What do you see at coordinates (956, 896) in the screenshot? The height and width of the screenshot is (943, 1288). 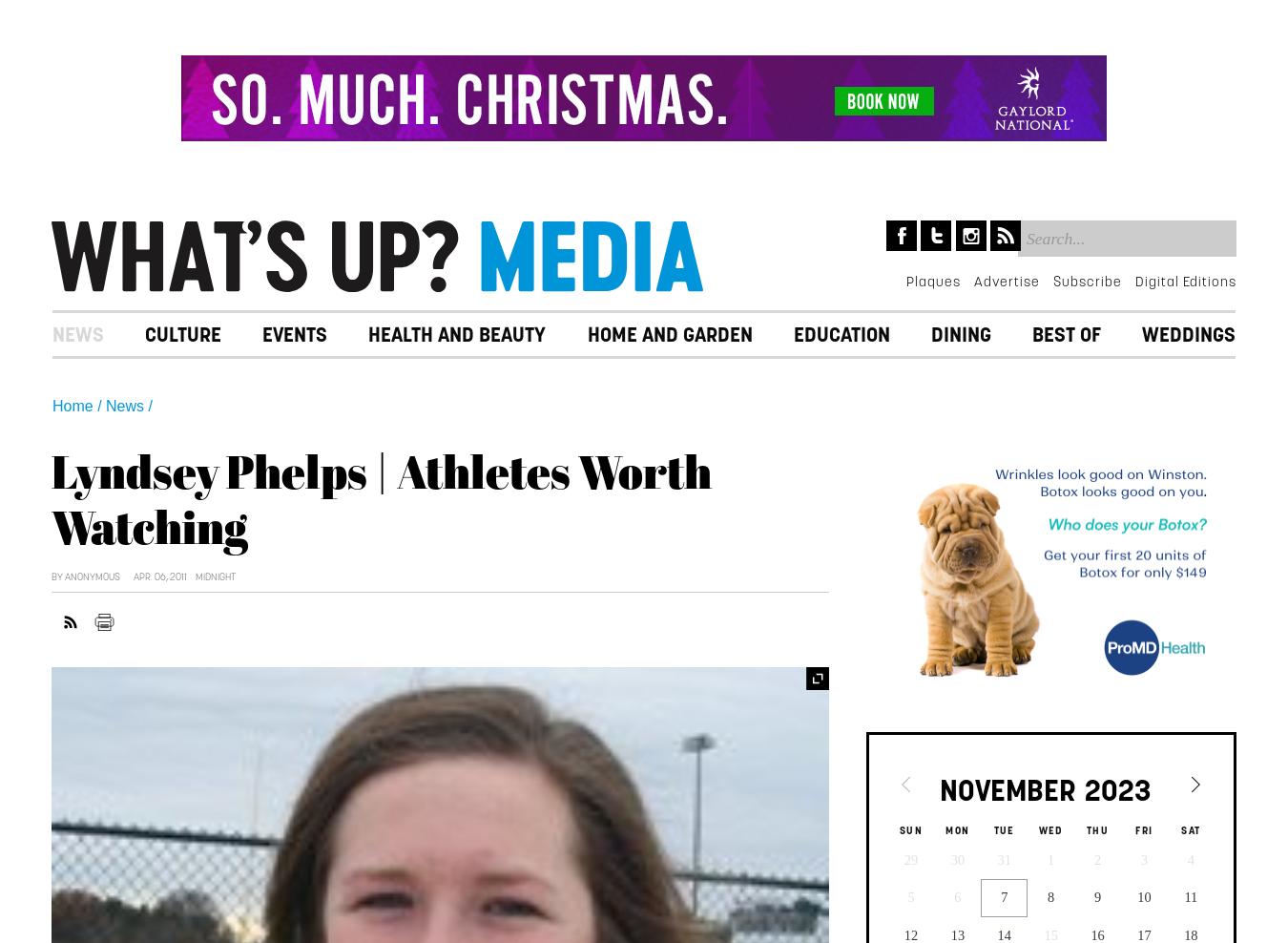 I see `'6'` at bounding box center [956, 896].